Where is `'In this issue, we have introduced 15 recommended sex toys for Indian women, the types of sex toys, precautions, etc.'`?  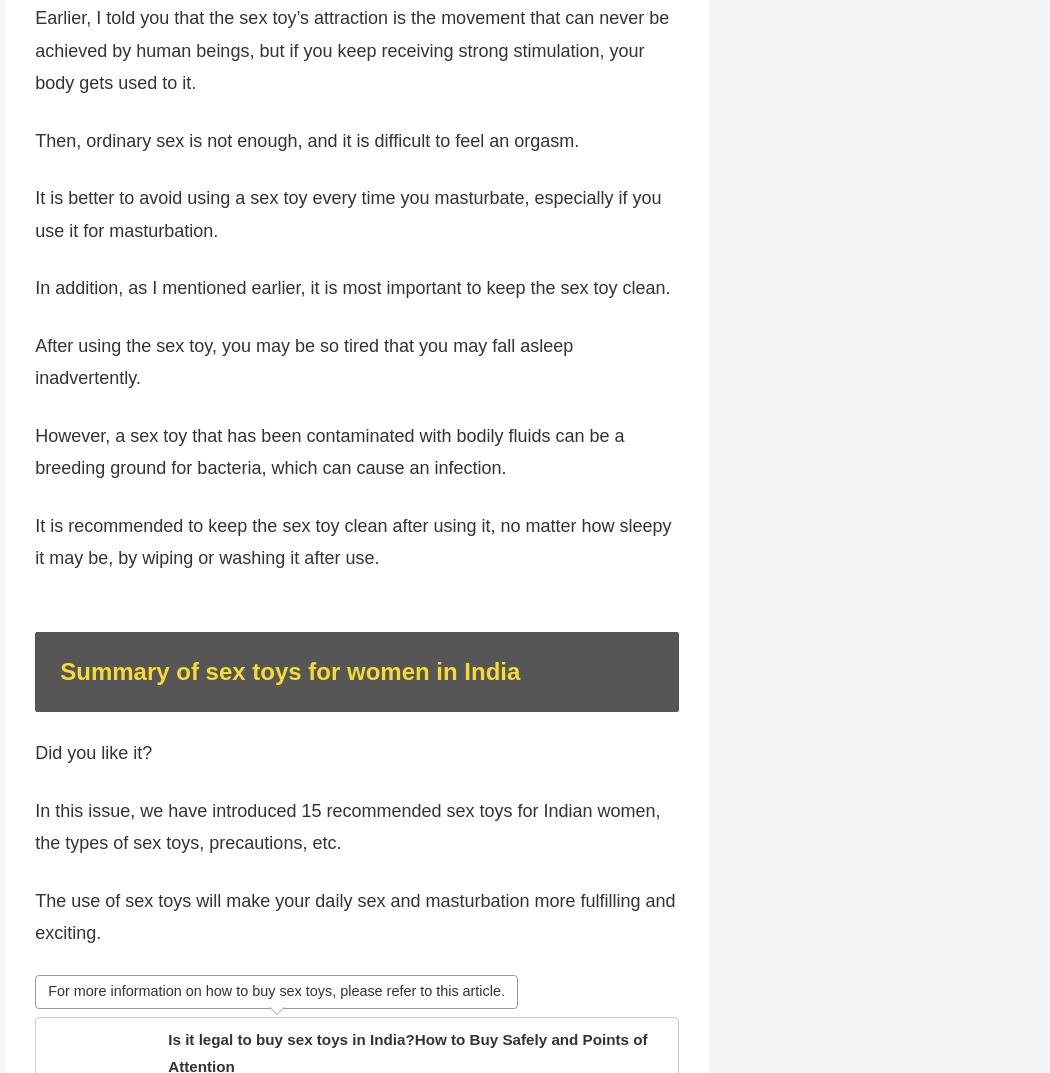
'In this issue, we have introduced 15 recommended sex toys for Indian women, the types of sex toys, precautions, etc.' is located at coordinates (346, 862).